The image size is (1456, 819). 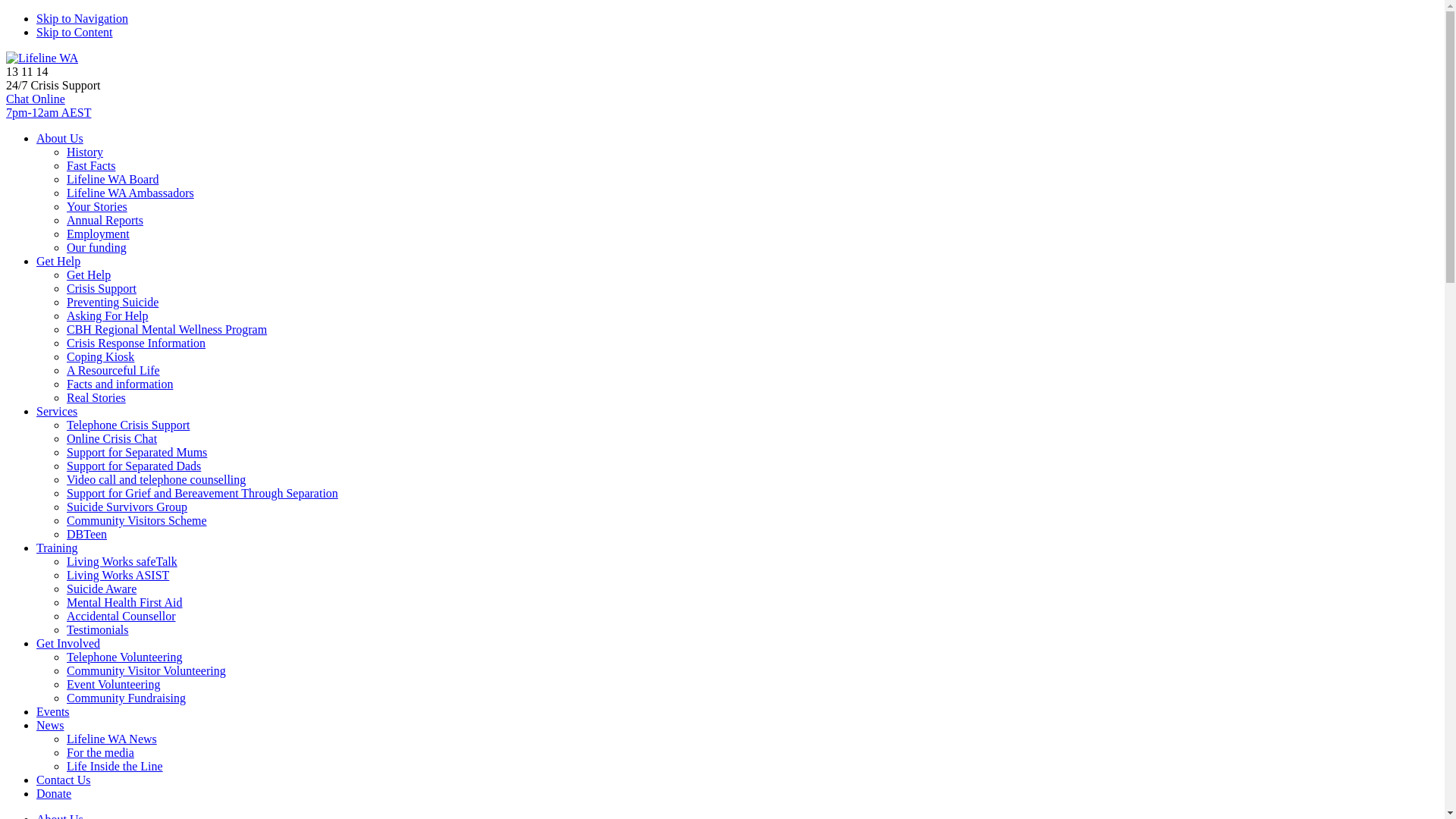 What do you see at coordinates (65, 698) in the screenshot?
I see `'Community Fundraising'` at bounding box center [65, 698].